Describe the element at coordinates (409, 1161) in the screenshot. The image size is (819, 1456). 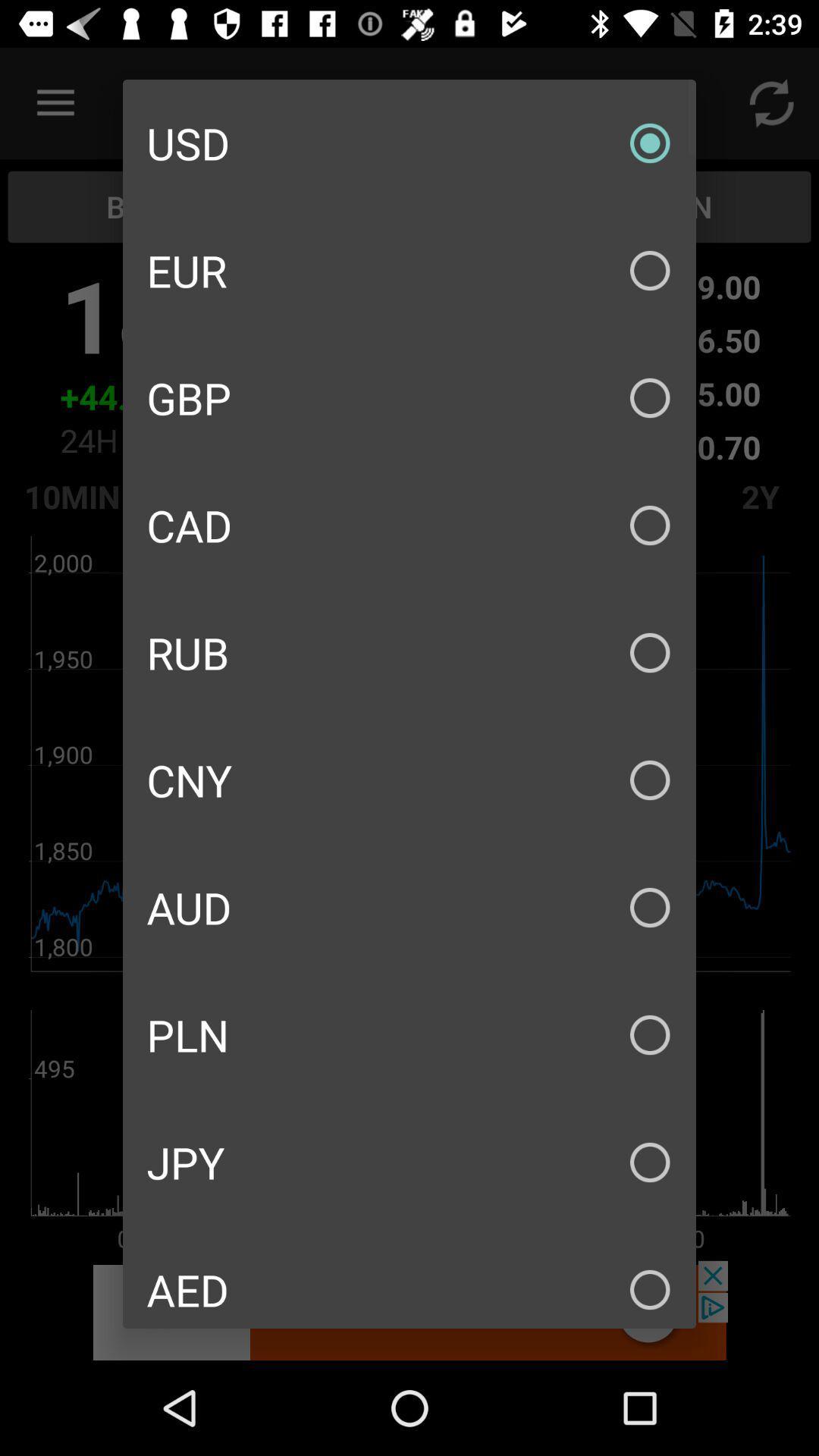
I see `the icon below the pln` at that location.